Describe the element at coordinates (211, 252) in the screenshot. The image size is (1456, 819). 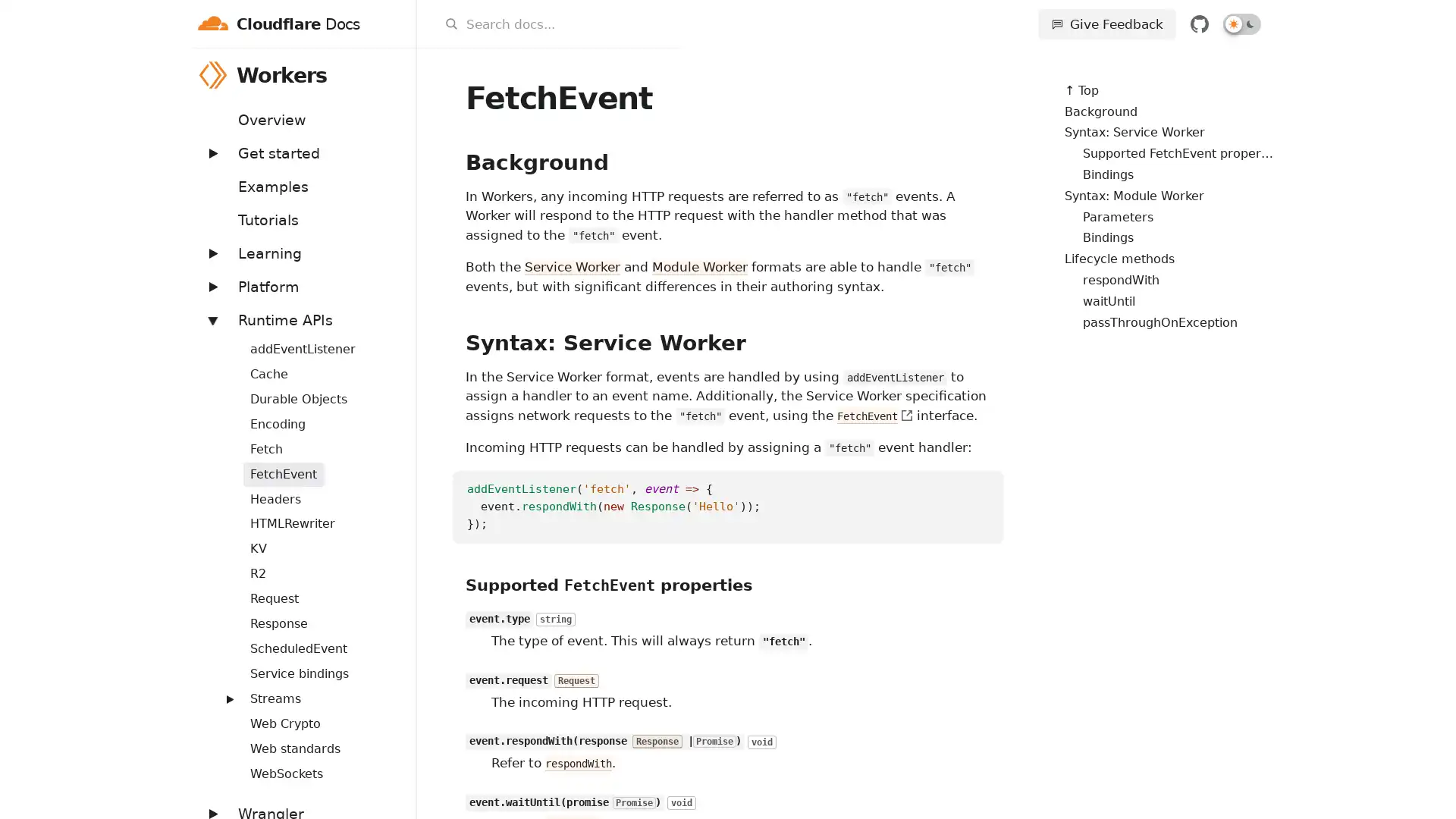
I see `Expand: Learning` at that location.